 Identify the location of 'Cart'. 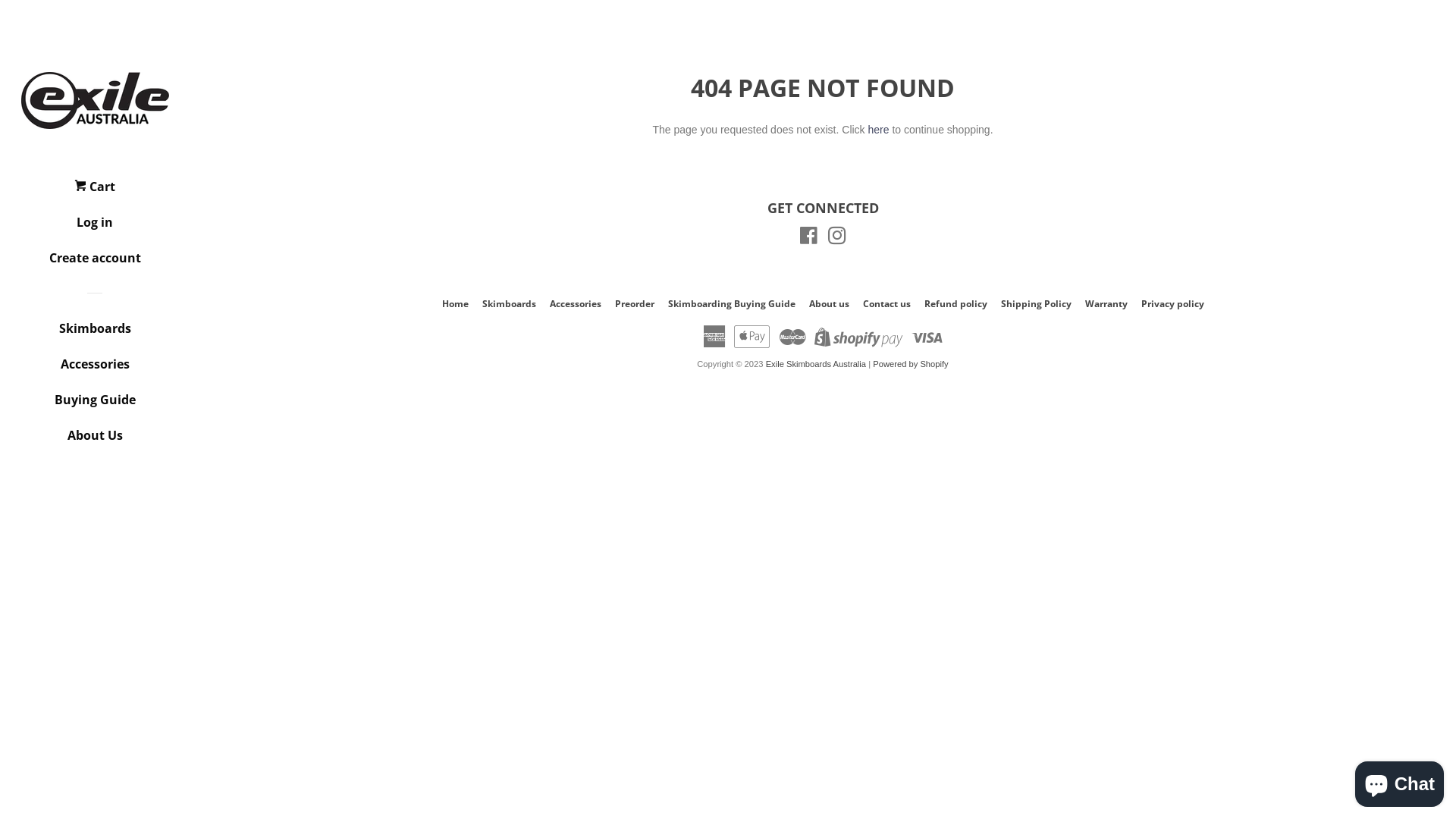
(93, 191).